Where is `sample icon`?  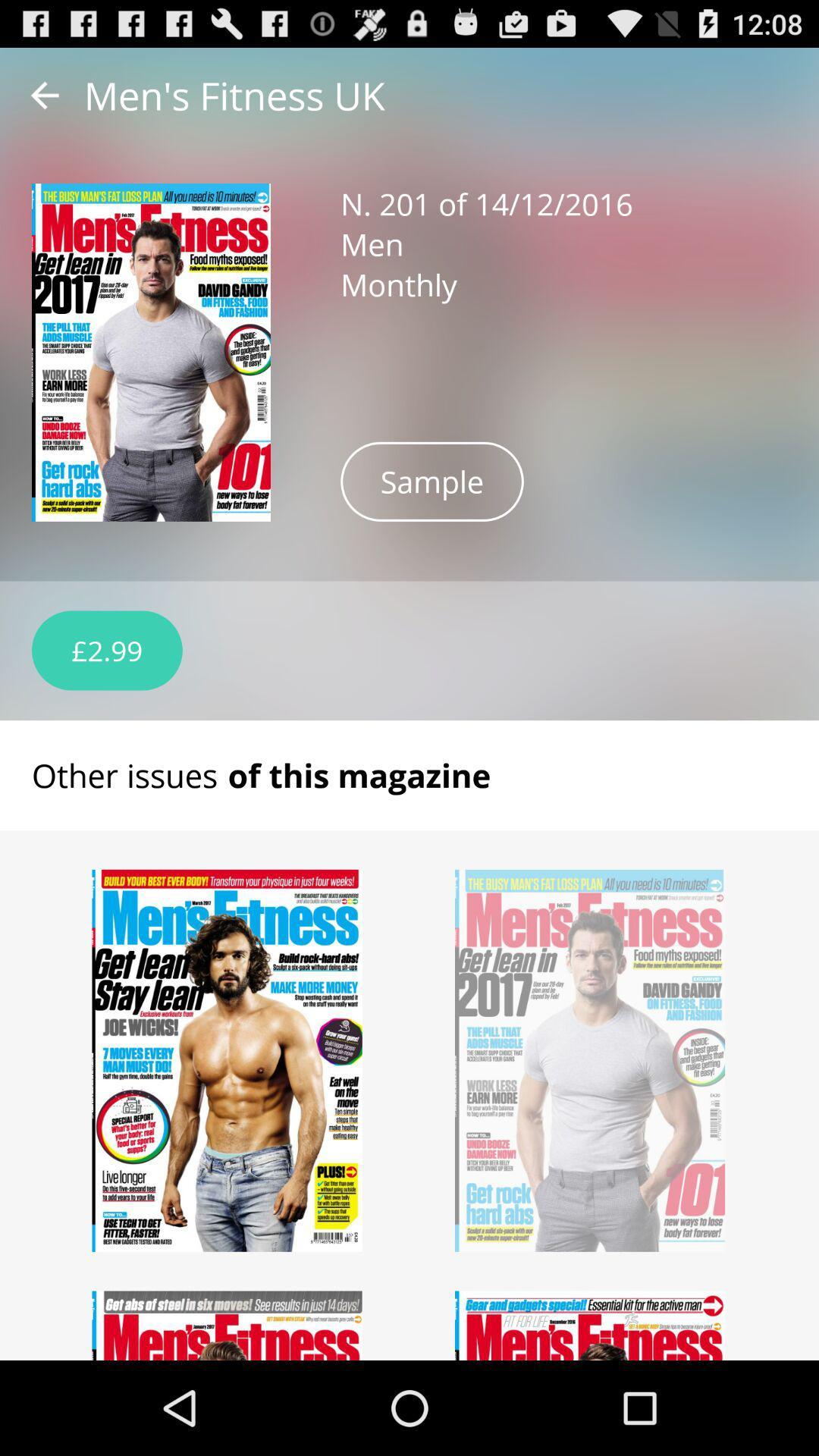
sample icon is located at coordinates (432, 481).